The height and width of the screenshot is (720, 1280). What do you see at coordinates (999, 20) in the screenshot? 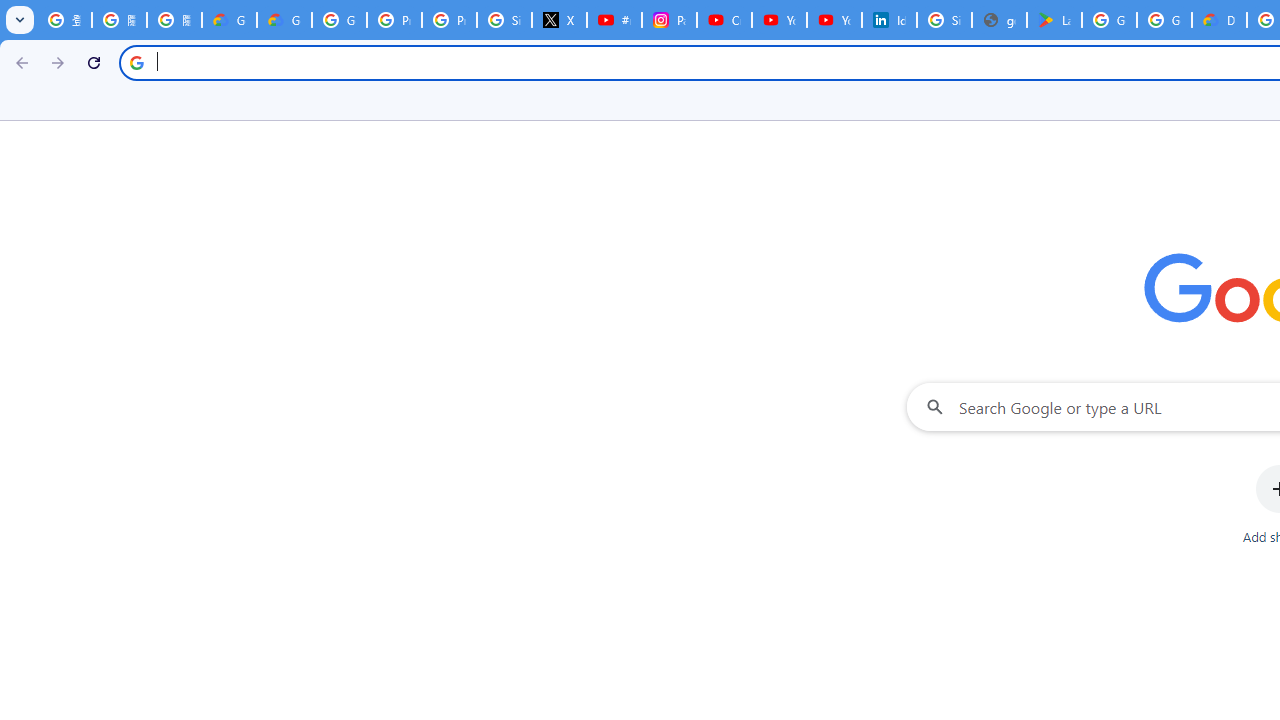
I see `'google_privacy_policy_en.pdf'` at bounding box center [999, 20].